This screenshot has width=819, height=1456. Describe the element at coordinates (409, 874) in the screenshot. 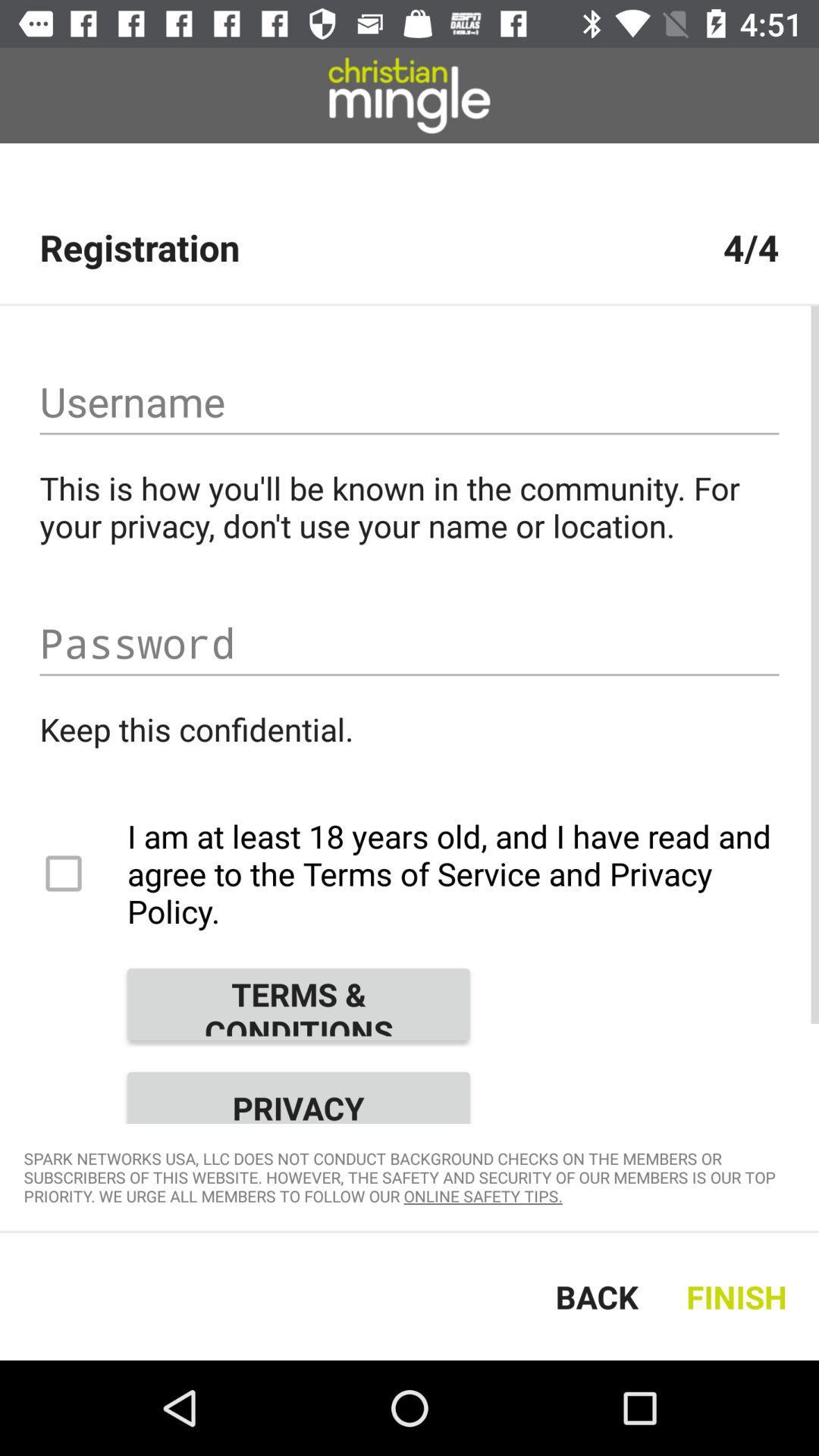

I see `icon above terms & conditions icon` at that location.